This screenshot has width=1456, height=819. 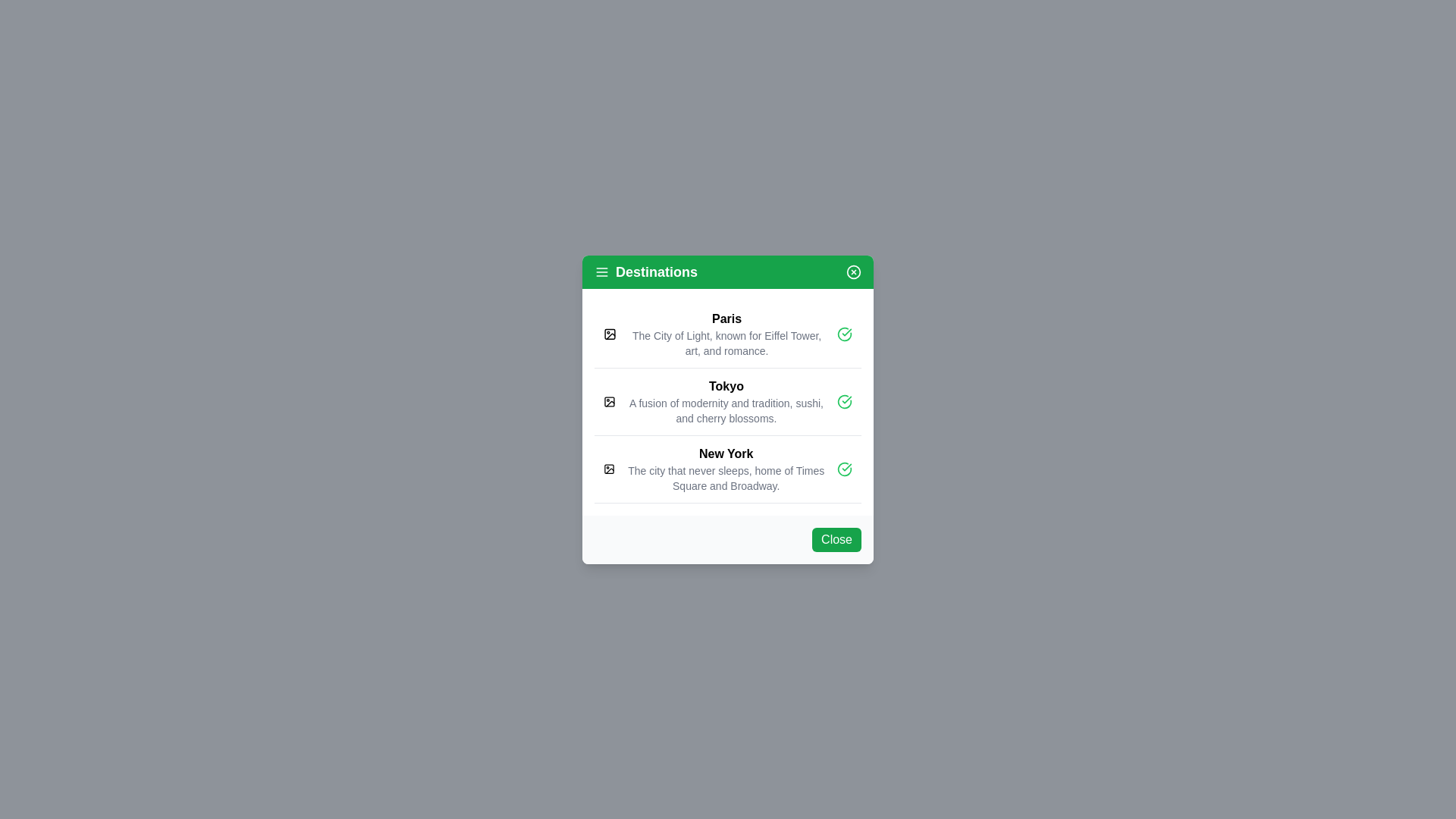 I want to click on the Icon Button located at the top-right corner of the green header labeled 'Destinations', so click(x=854, y=271).